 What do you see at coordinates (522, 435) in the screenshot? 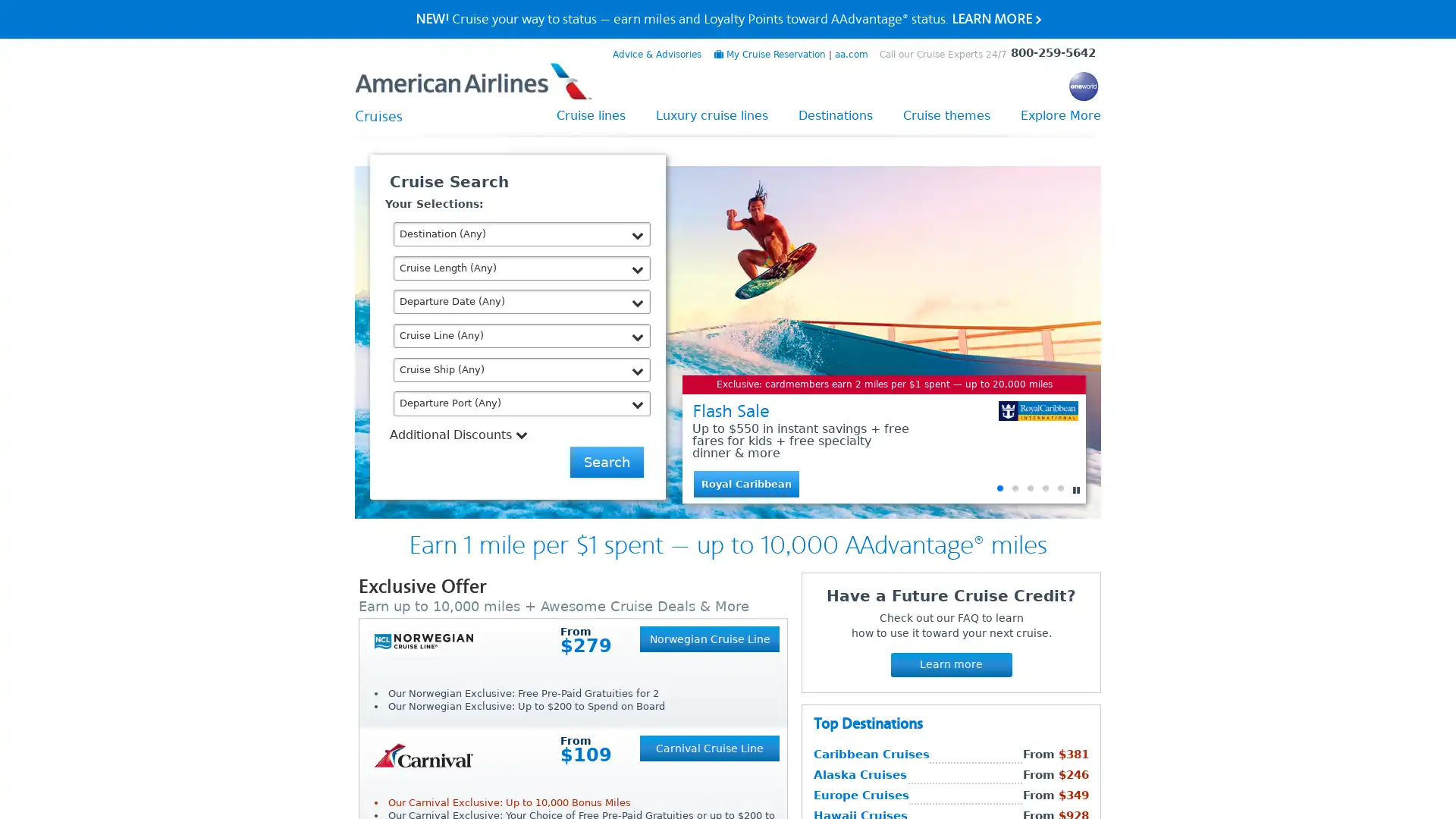
I see `Additional Discounts` at bounding box center [522, 435].